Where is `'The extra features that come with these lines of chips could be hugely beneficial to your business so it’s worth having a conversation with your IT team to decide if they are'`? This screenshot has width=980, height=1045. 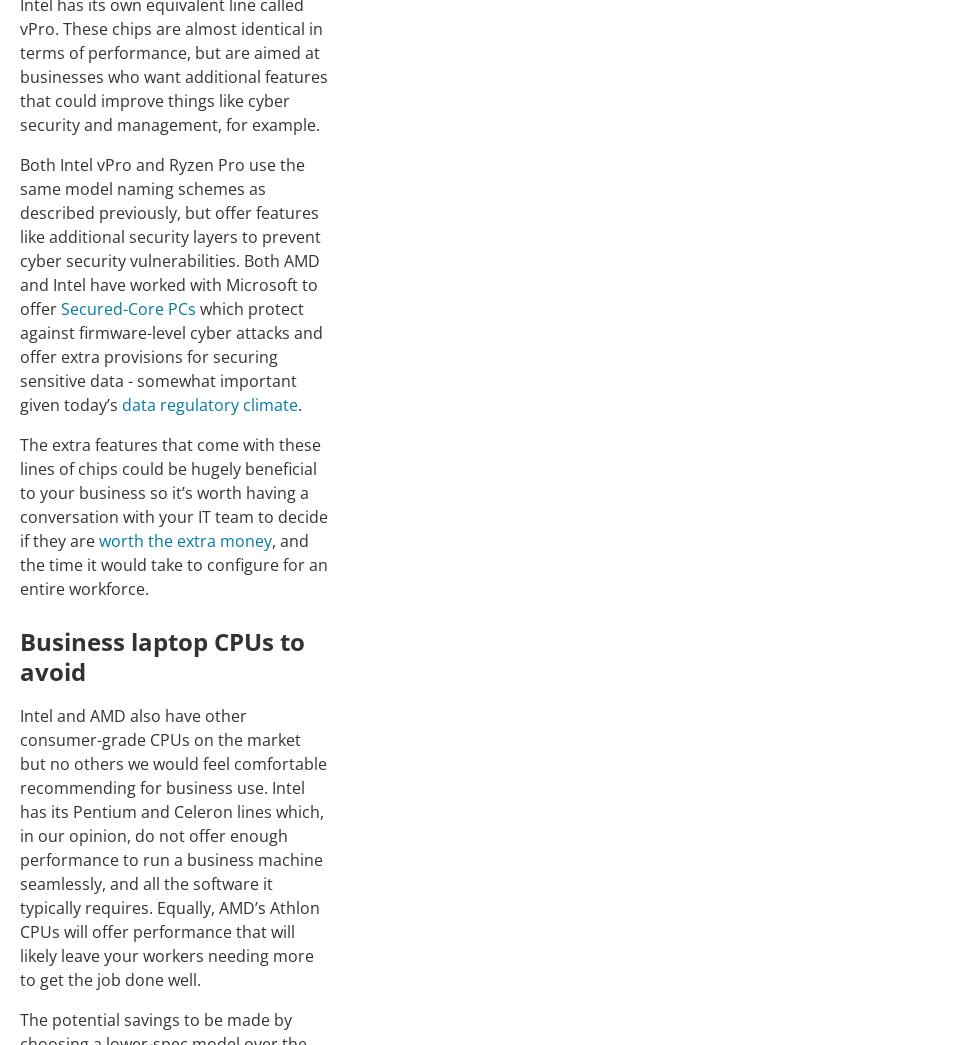 'The extra features that come with these lines of chips could be hugely beneficial to your business so it’s worth having a conversation with your IT team to decide if they are' is located at coordinates (174, 490).